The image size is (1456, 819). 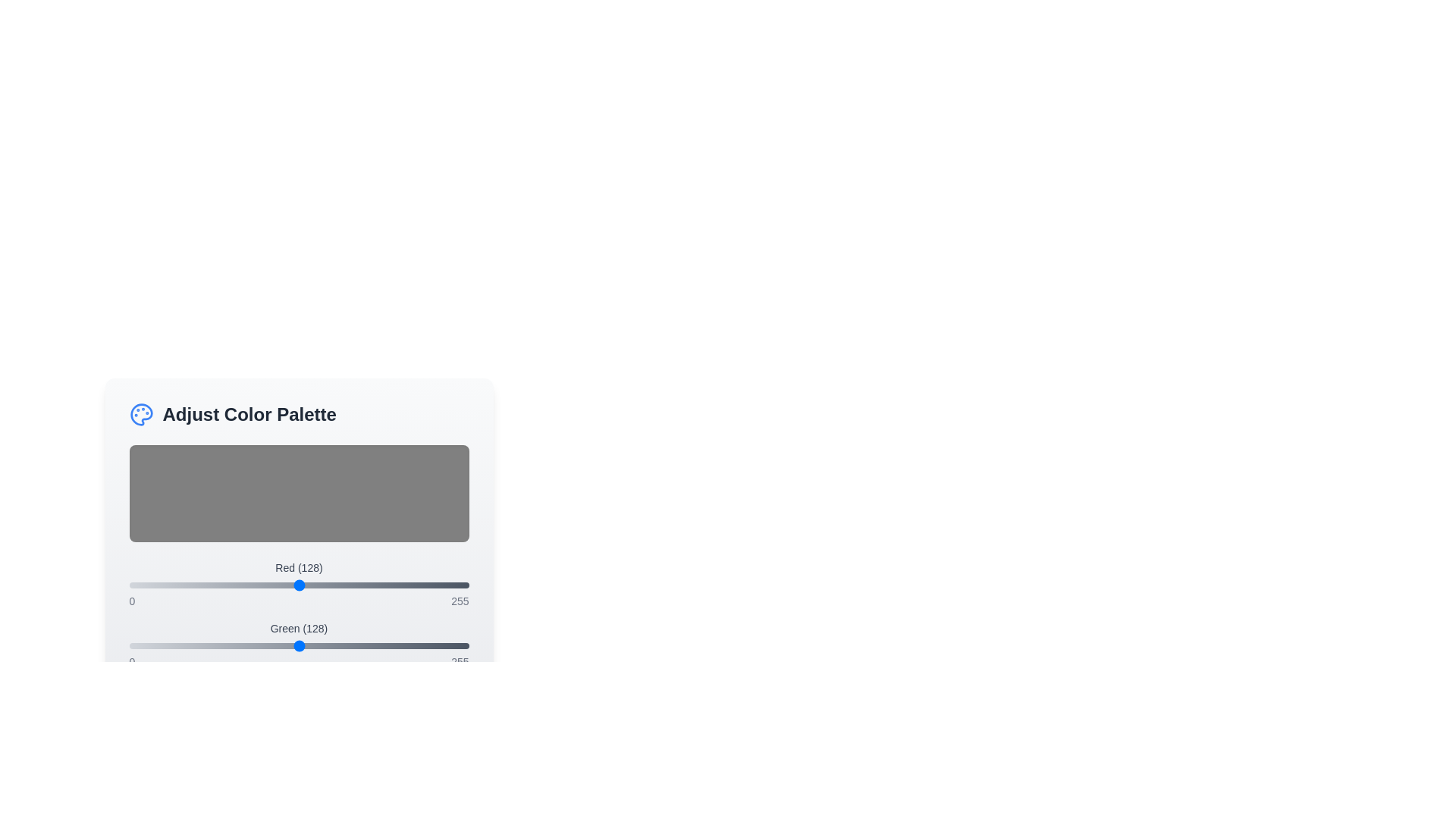 What do you see at coordinates (211, 584) in the screenshot?
I see `the red color slider to 62` at bounding box center [211, 584].